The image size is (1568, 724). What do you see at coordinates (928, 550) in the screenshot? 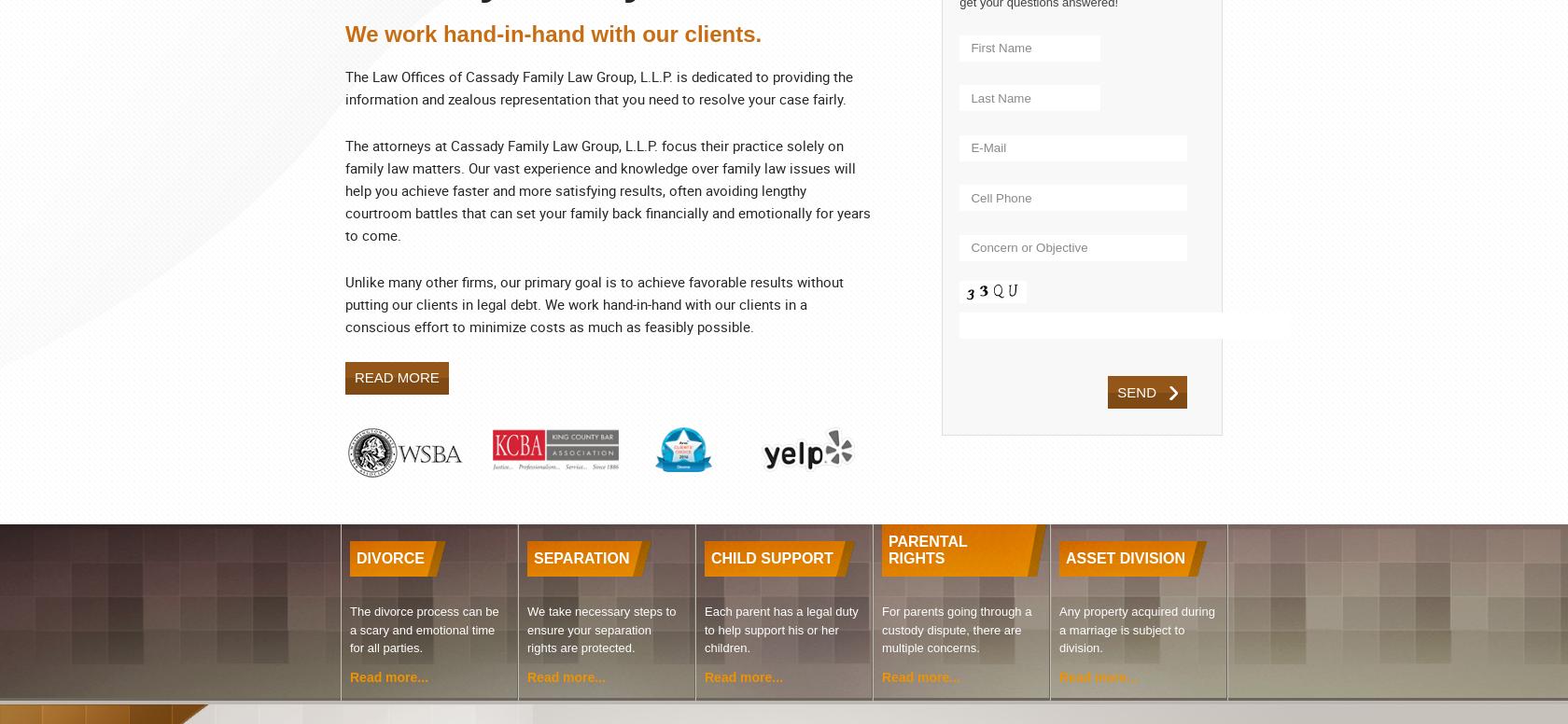
I see `'PARENTAL RIGHTS'` at bounding box center [928, 550].